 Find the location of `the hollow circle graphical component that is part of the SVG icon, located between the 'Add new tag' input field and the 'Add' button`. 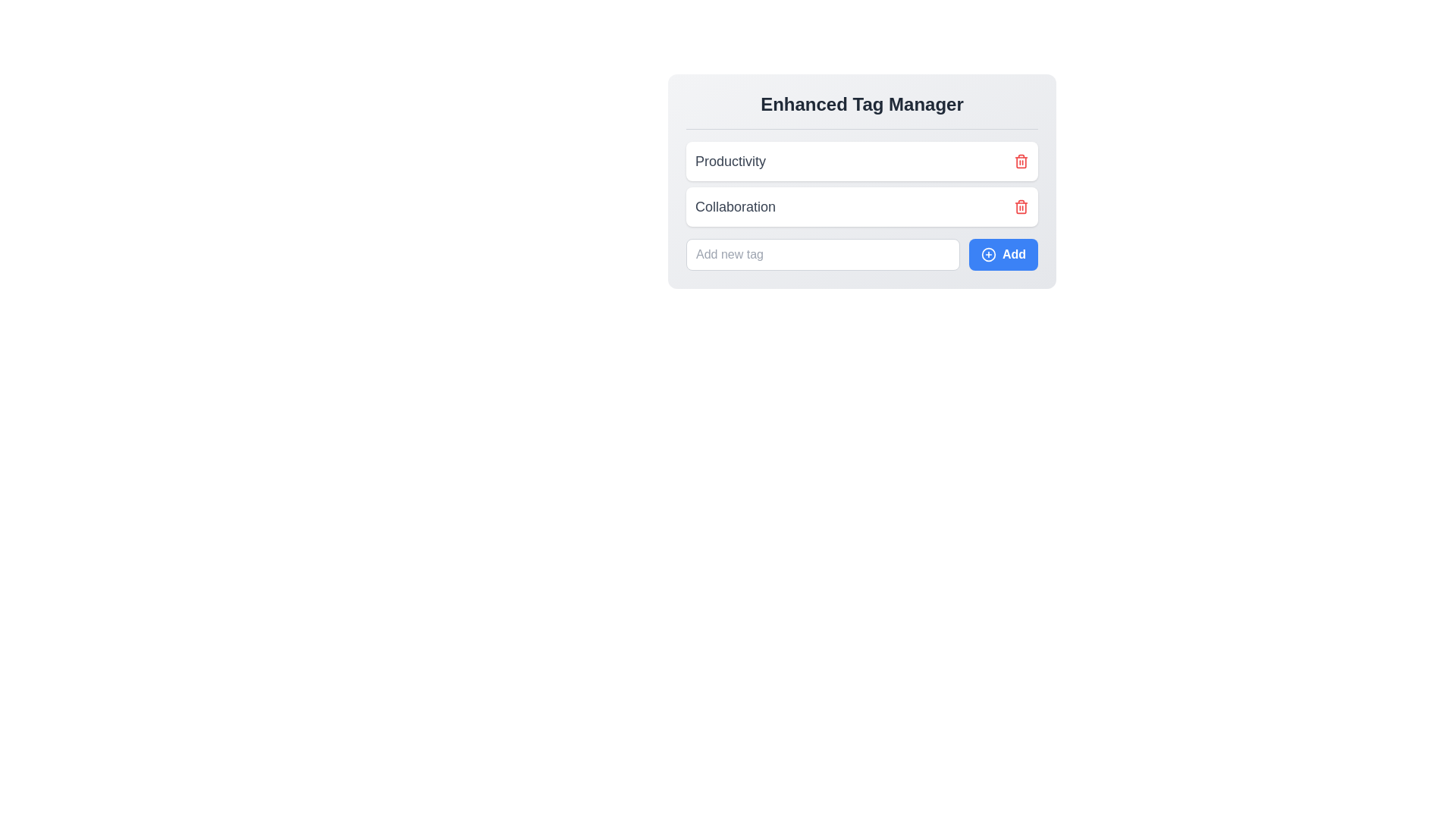

the hollow circle graphical component that is part of the SVG icon, located between the 'Add new tag' input field and the 'Add' button is located at coordinates (988, 253).